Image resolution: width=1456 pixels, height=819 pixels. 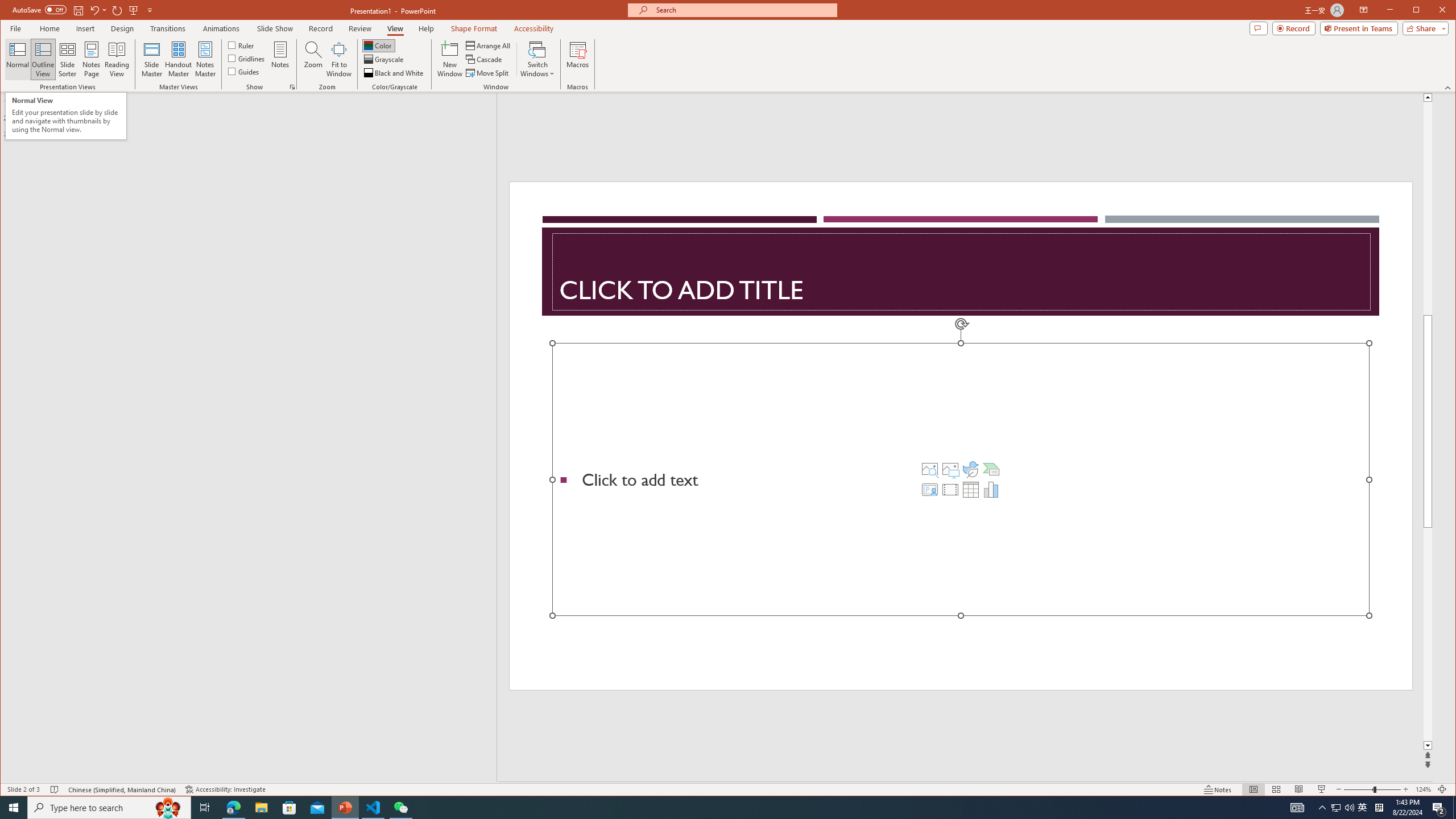 I want to click on 'Handout Master', so click(x=178, y=59).